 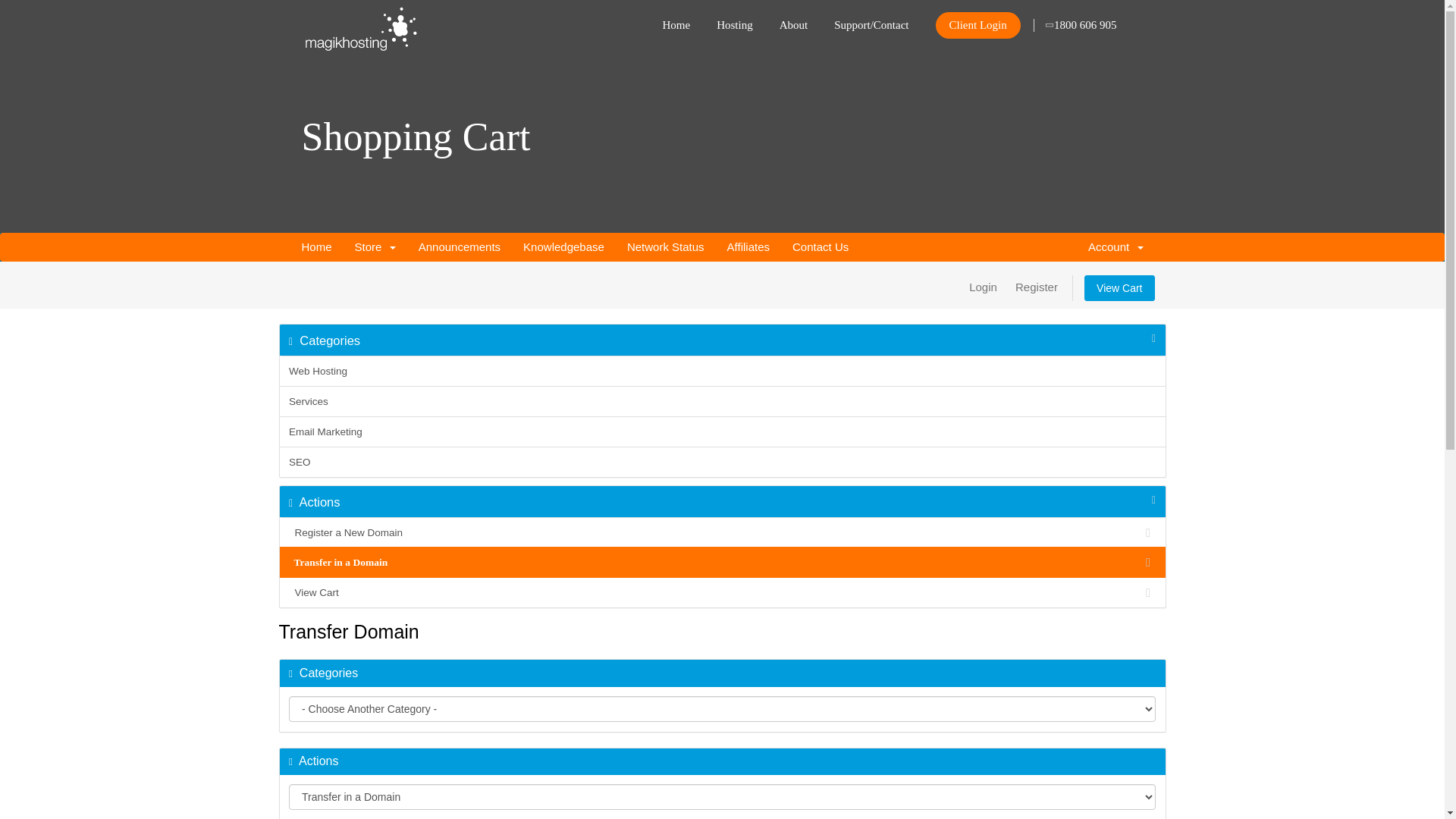 I want to click on 'Support/Contact', so click(x=833, y=20).